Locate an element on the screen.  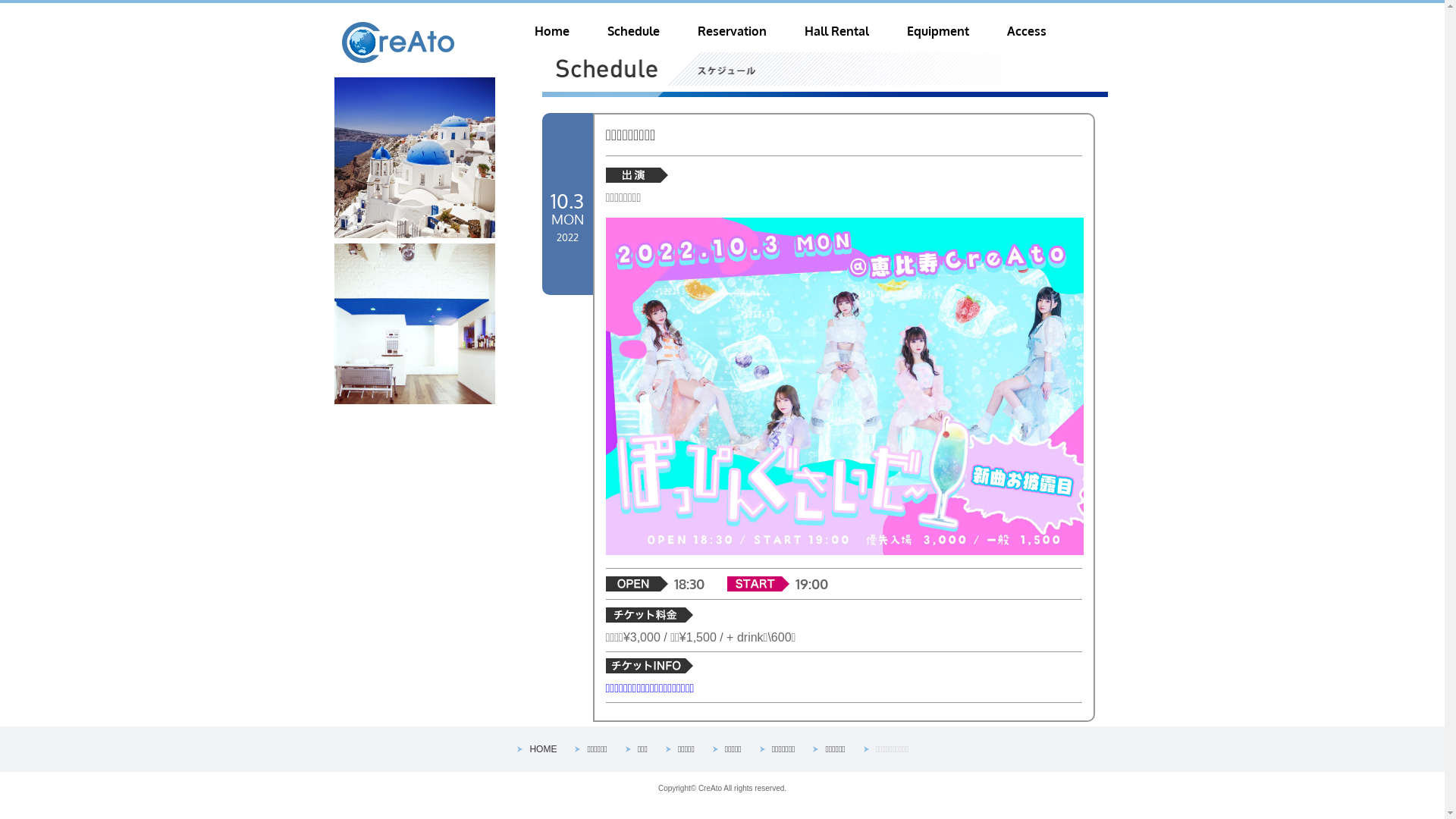
'Equipment' is located at coordinates (937, 31).